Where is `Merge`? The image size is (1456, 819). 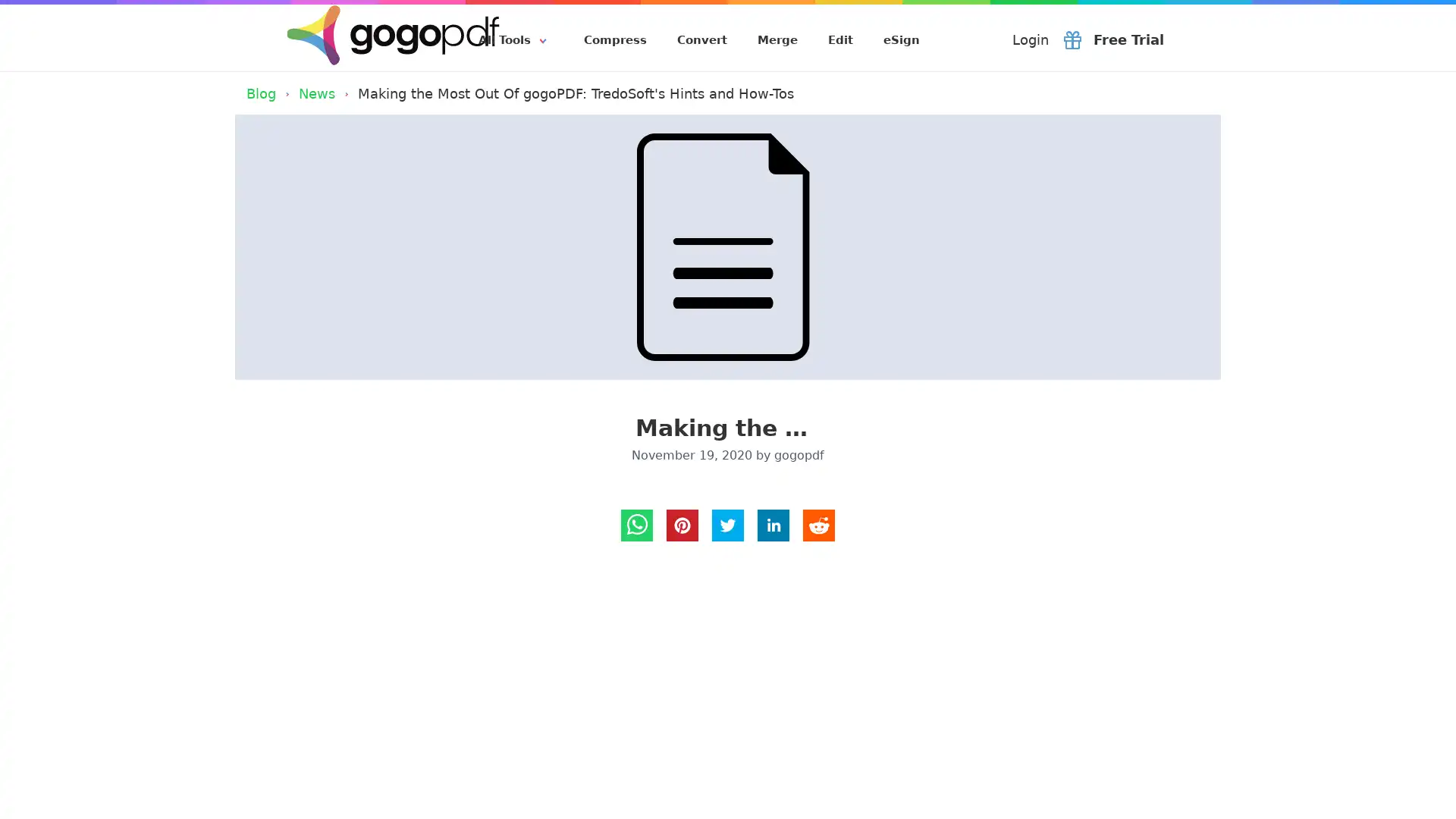
Merge is located at coordinates (777, 39).